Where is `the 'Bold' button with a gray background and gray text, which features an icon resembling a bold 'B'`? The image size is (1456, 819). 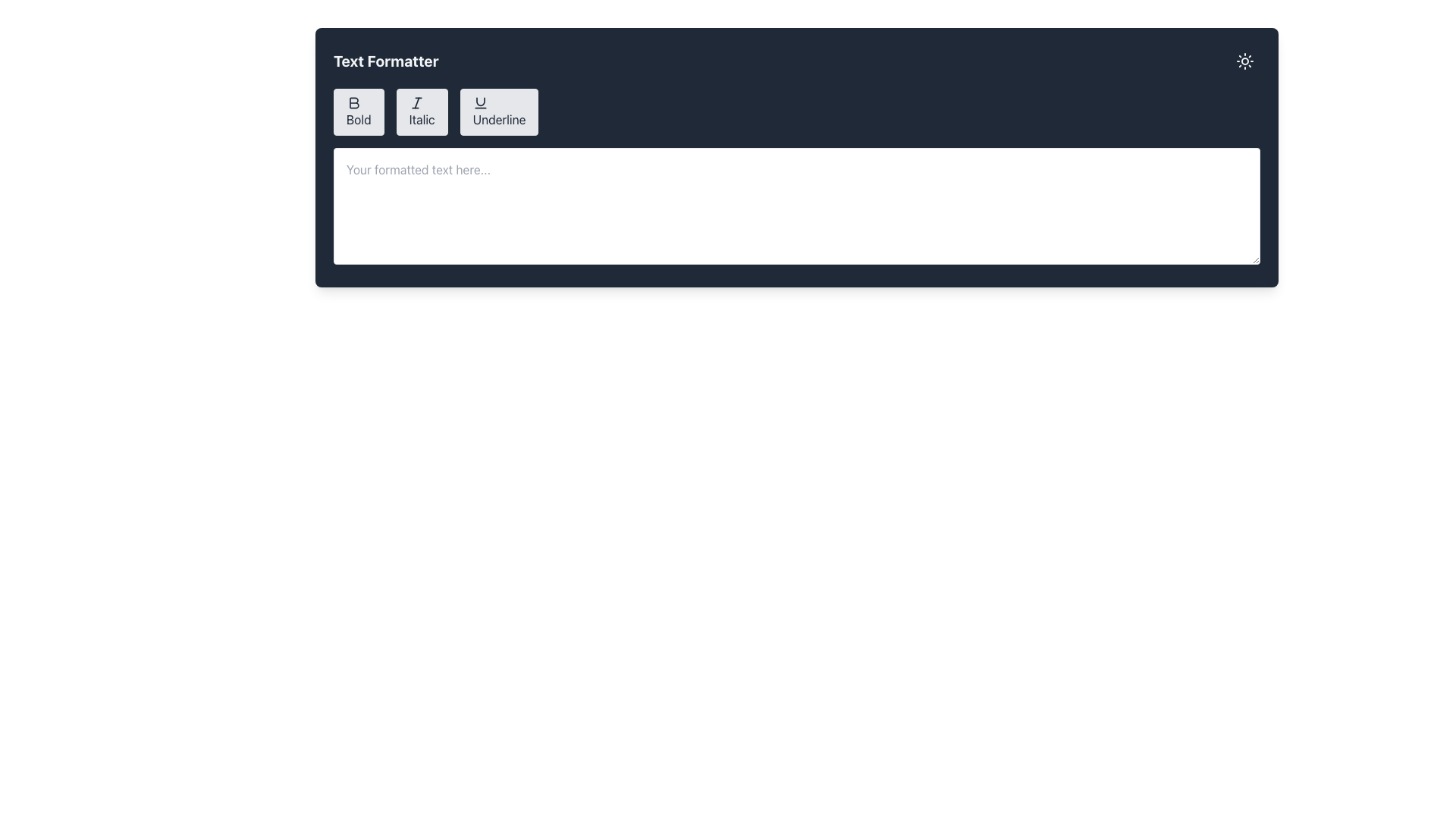
the 'Bold' button with a gray background and gray text, which features an icon resembling a bold 'B' is located at coordinates (358, 111).